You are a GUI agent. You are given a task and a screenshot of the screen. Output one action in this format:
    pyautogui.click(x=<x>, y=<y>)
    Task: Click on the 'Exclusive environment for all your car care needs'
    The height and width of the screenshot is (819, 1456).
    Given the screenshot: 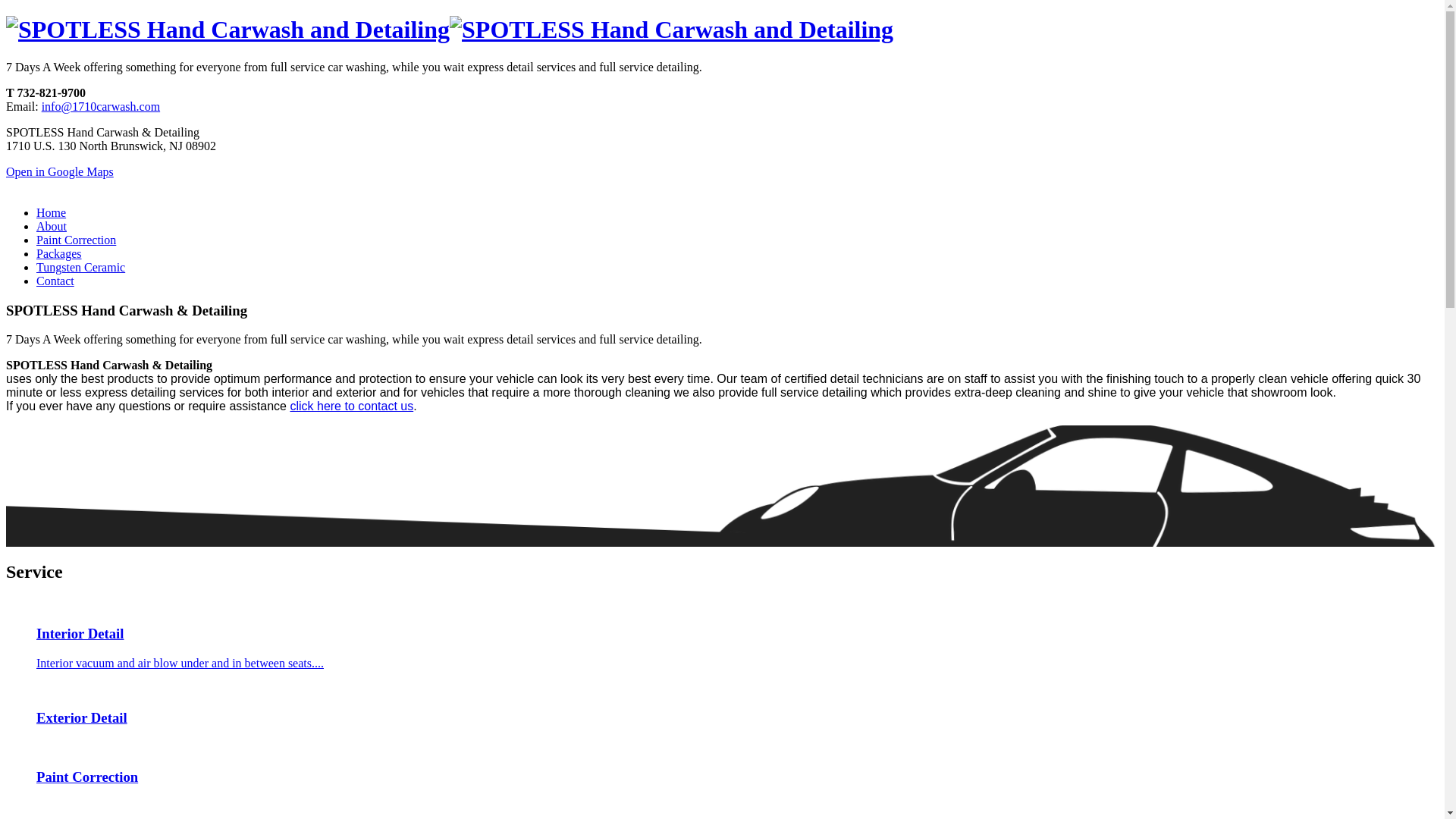 What is the action you would take?
    pyautogui.click(x=670, y=30)
    